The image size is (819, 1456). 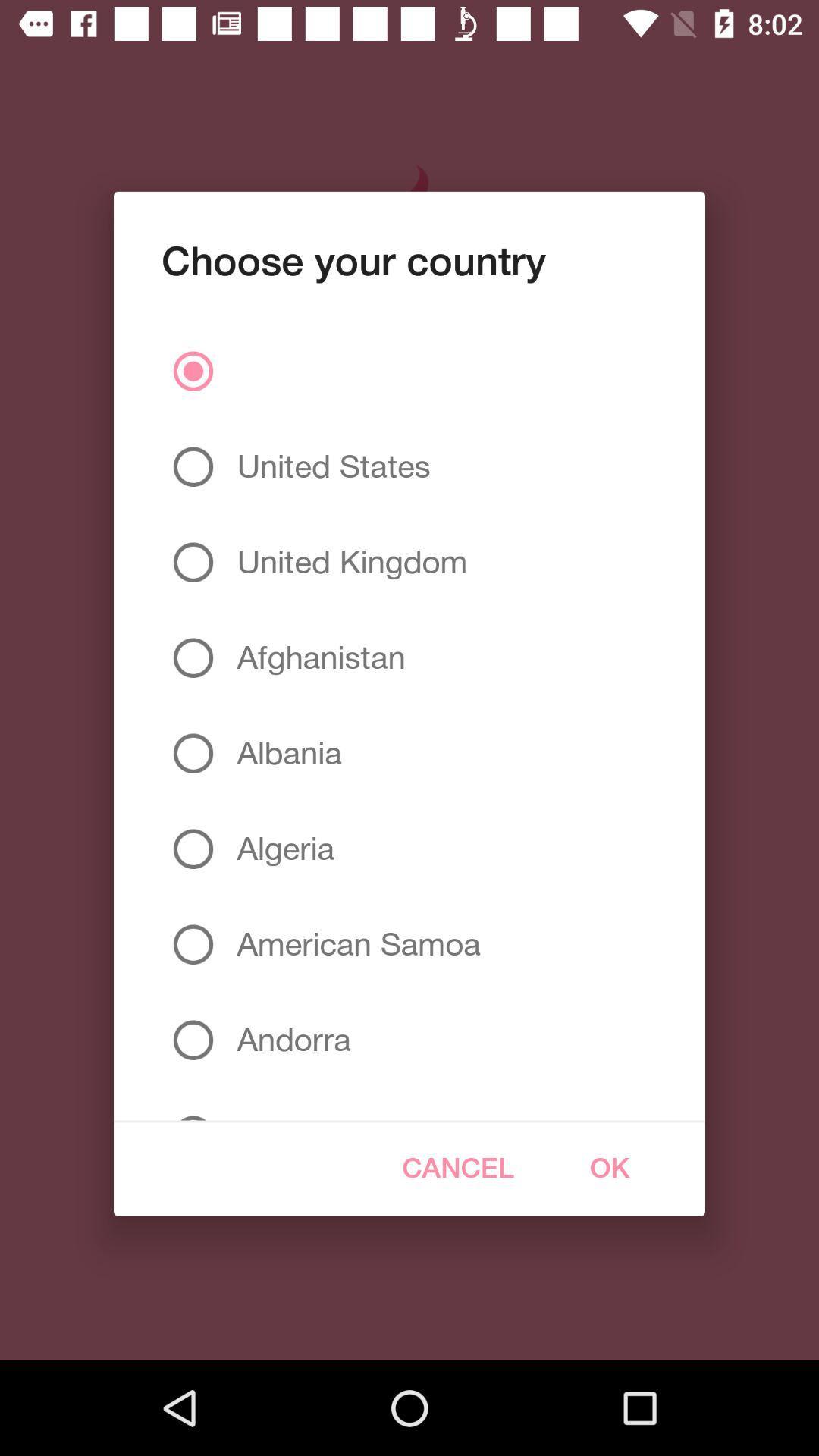 What do you see at coordinates (353, 943) in the screenshot?
I see `american samoa item` at bounding box center [353, 943].